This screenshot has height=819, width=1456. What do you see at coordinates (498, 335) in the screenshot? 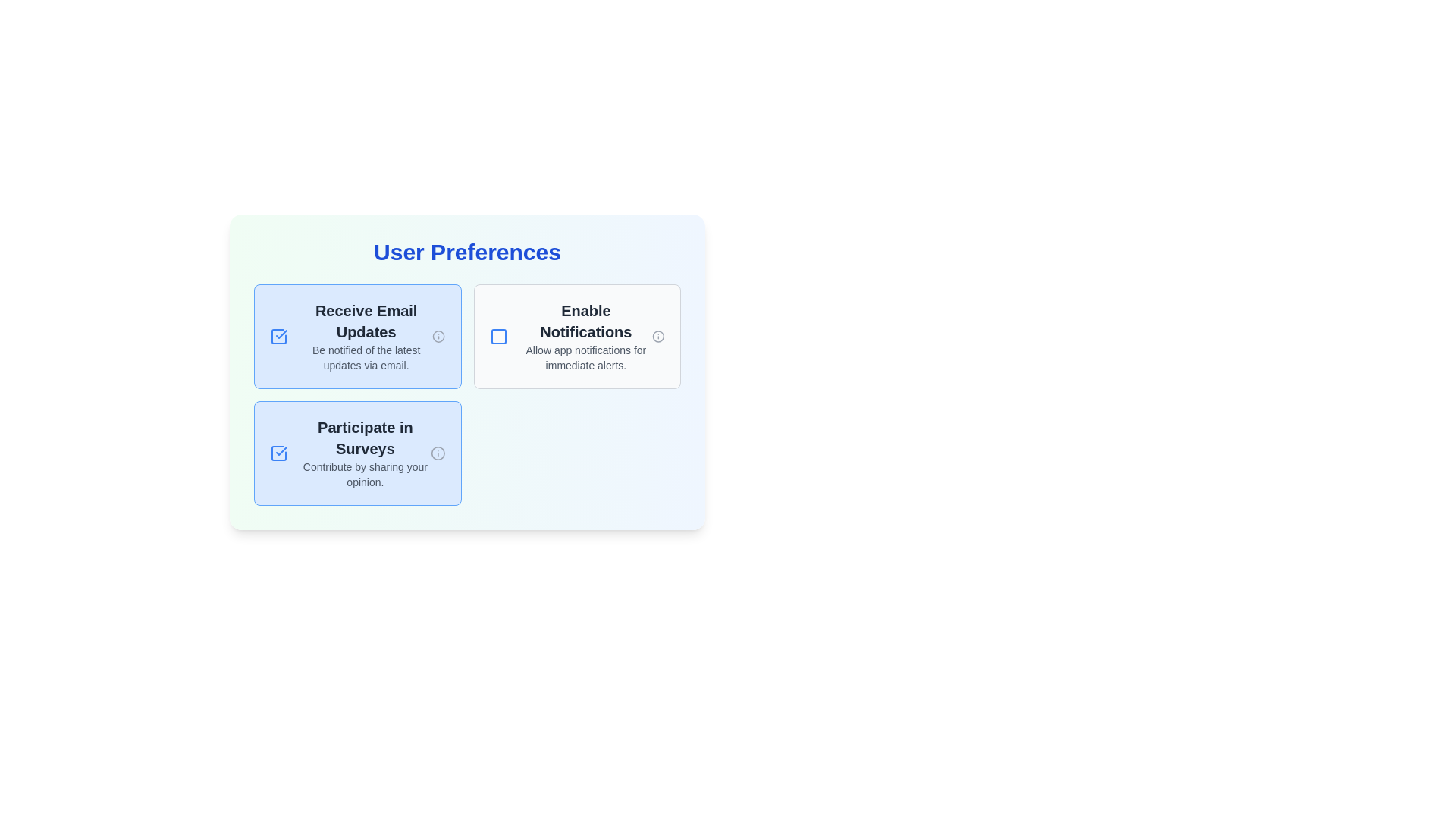
I see `the icon representing the 'Enable Notifications' preference located next to the title text 'Enable Notifications' in the top-right quadrant of the grid layout` at bounding box center [498, 335].